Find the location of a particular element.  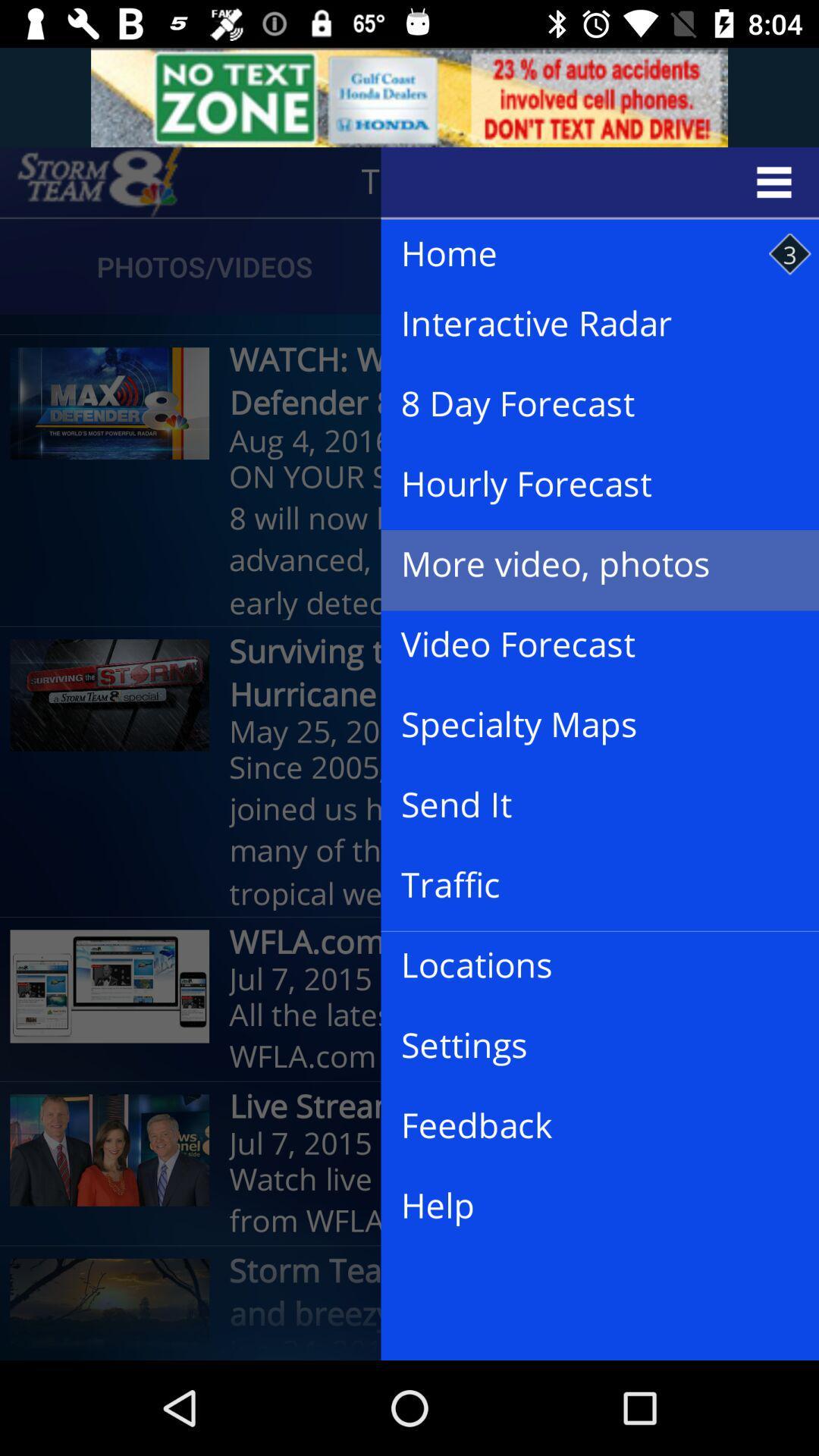

the item below the jul 7 2015 is located at coordinates (587, 1206).